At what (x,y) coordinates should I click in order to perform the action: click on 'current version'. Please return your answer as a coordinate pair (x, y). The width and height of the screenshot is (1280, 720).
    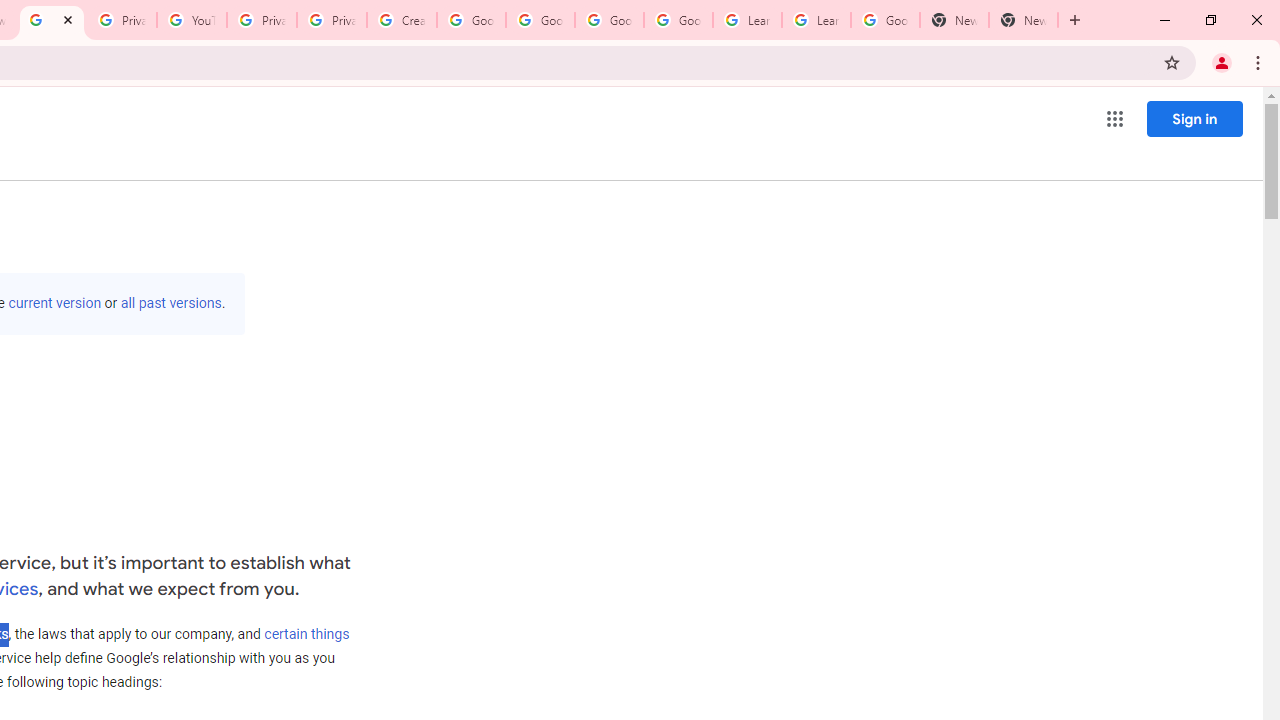
    Looking at the image, I should click on (55, 303).